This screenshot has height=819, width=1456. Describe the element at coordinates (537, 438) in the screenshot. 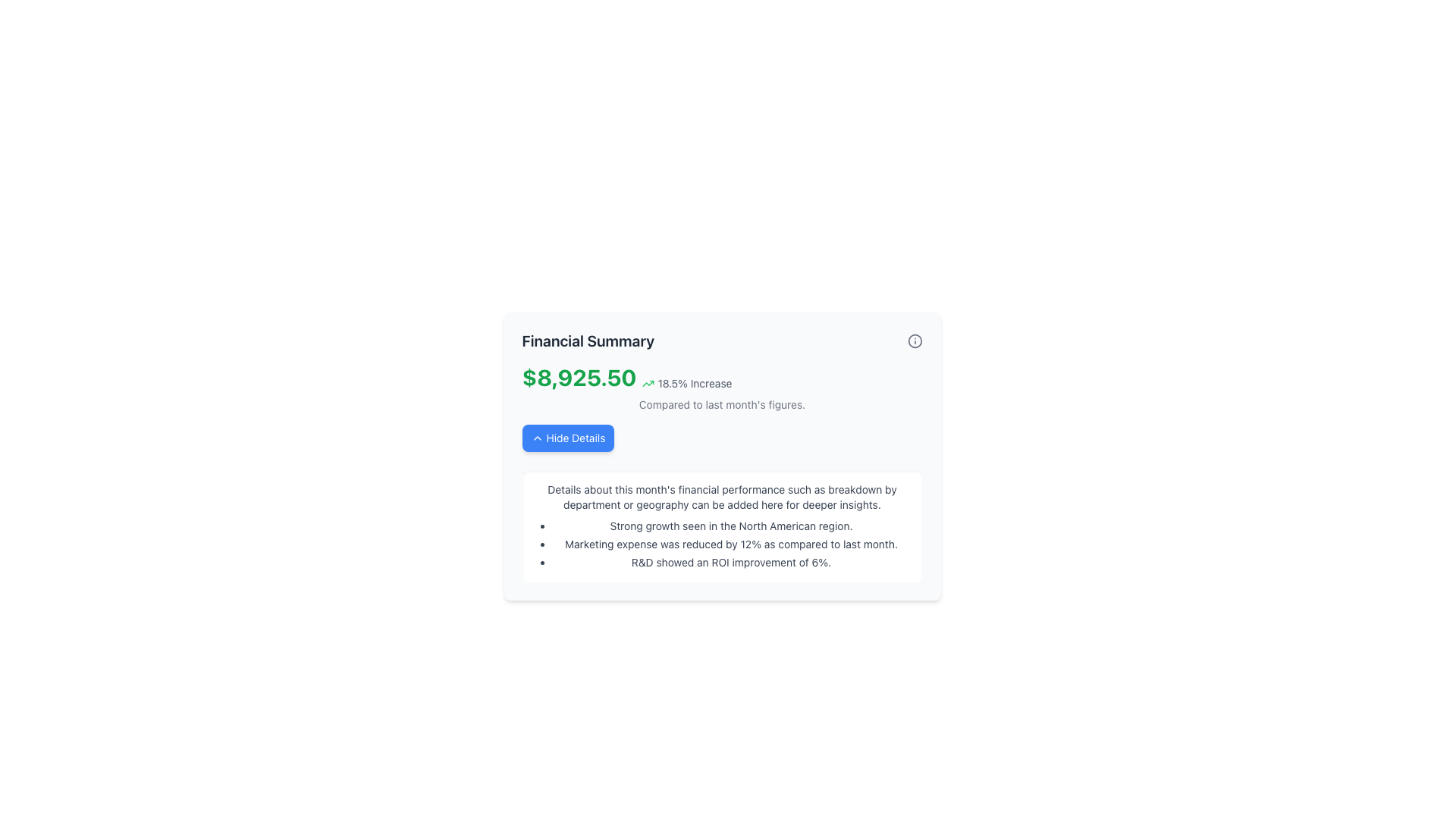

I see `the Chevron-Up icon located to the left of the 'Hide Details' button` at that location.